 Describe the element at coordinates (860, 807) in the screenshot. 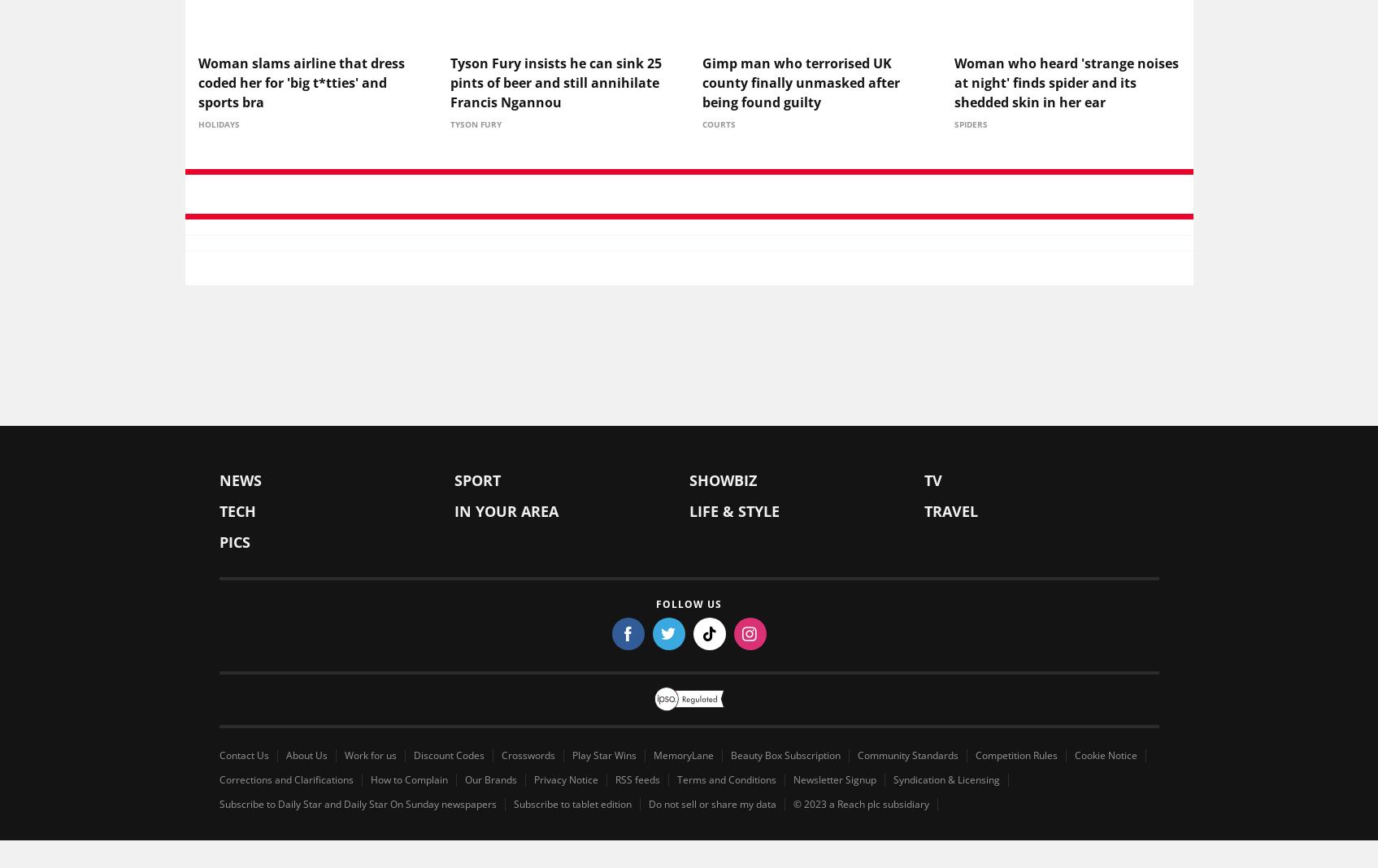

I see `'© 2023 a Reach plc subsidiary'` at that location.